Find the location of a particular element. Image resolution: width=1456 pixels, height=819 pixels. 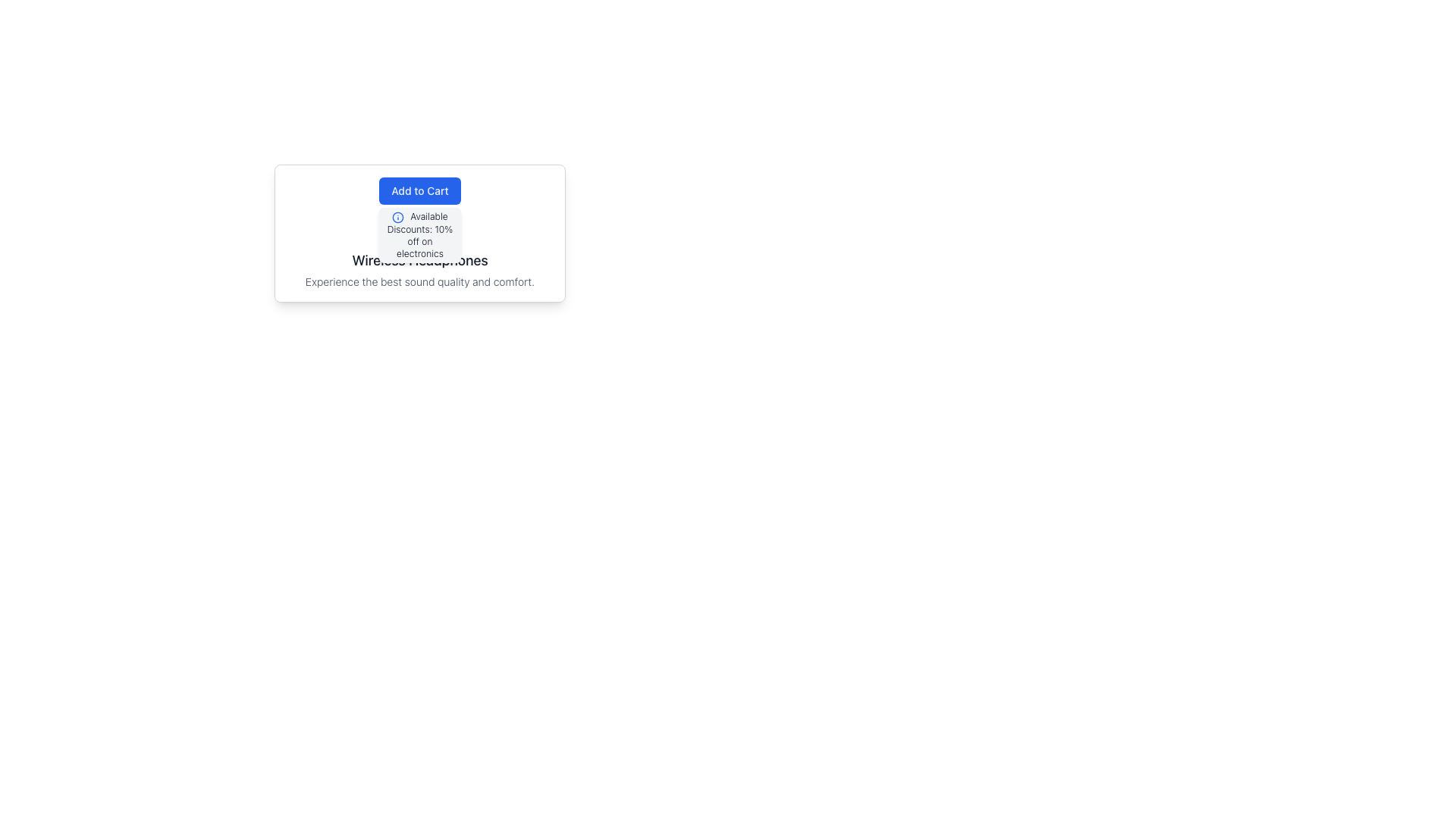

the circular information icon with a blue border and blue symbol located in the tooltip beneath the 'Add to Cart' button is located at coordinates (397, 216).